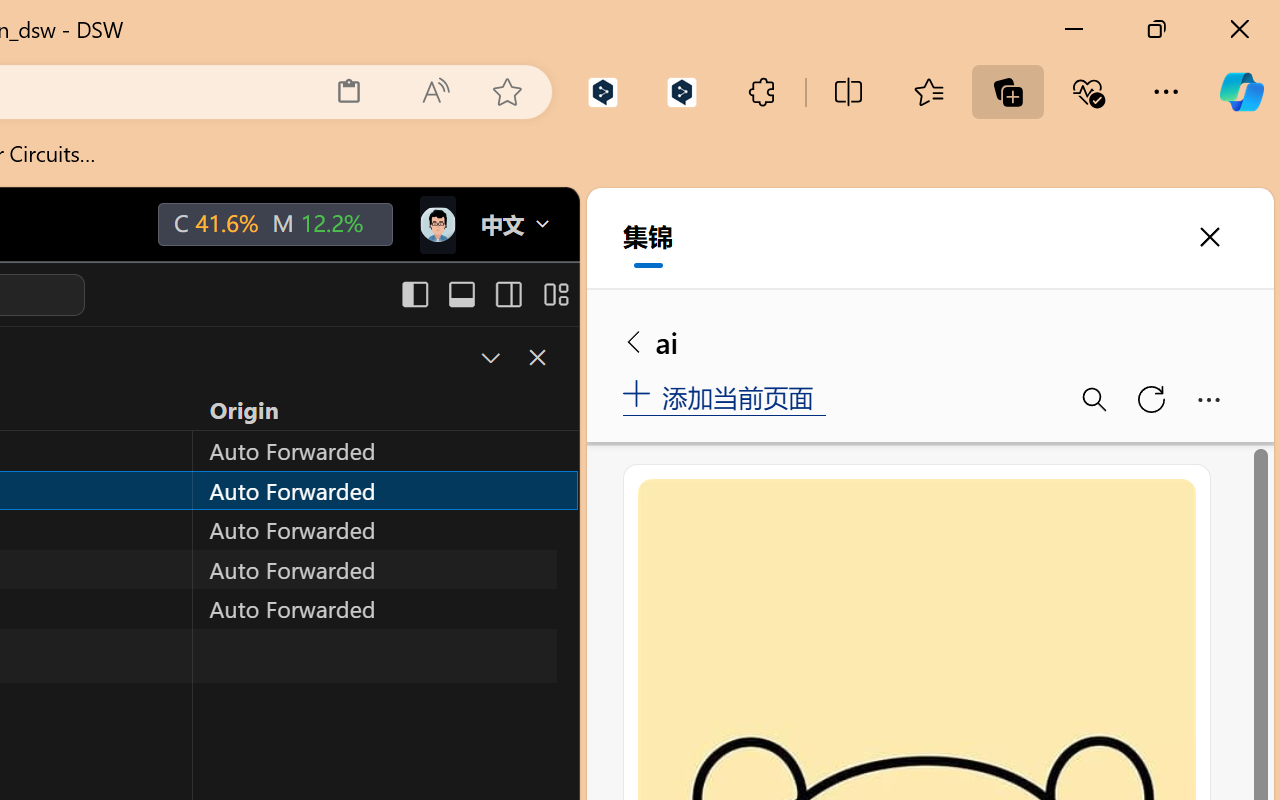 This screenshot has width=1280, height=800. Describe the element at coordinates (1240, 91) in the screenshot. I see `'Copilot (Ctrl+Shift+.)'` at that location.